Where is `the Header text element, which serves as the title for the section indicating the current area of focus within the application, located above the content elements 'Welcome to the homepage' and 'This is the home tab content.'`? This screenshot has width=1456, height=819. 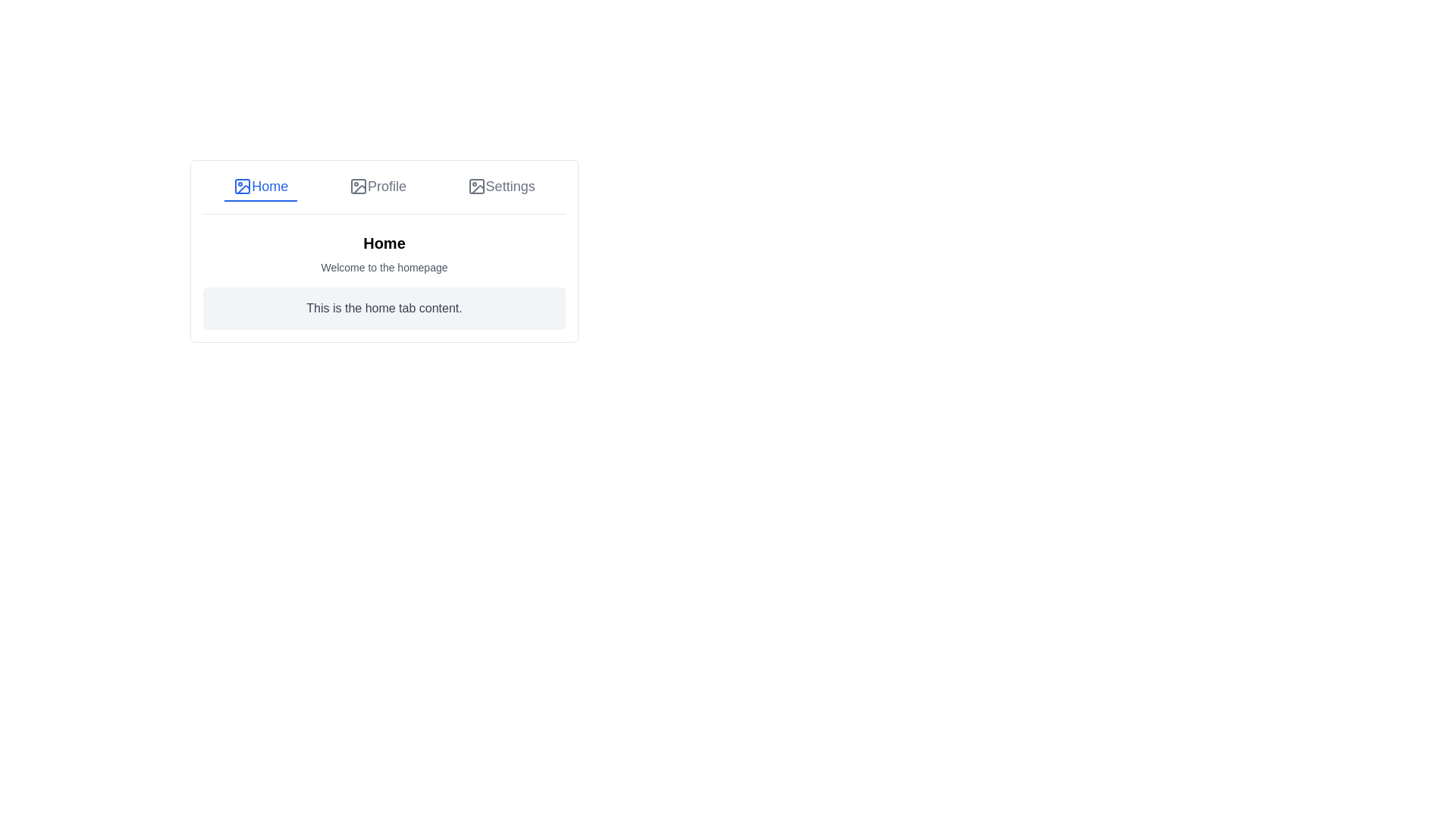
the Header text element, which serves as the title for the section indicating the current area of focus within the application, located above the content elements 'Welcome to the homepage' and 'This is the home tab content.' is located at coordinates (384, 242).